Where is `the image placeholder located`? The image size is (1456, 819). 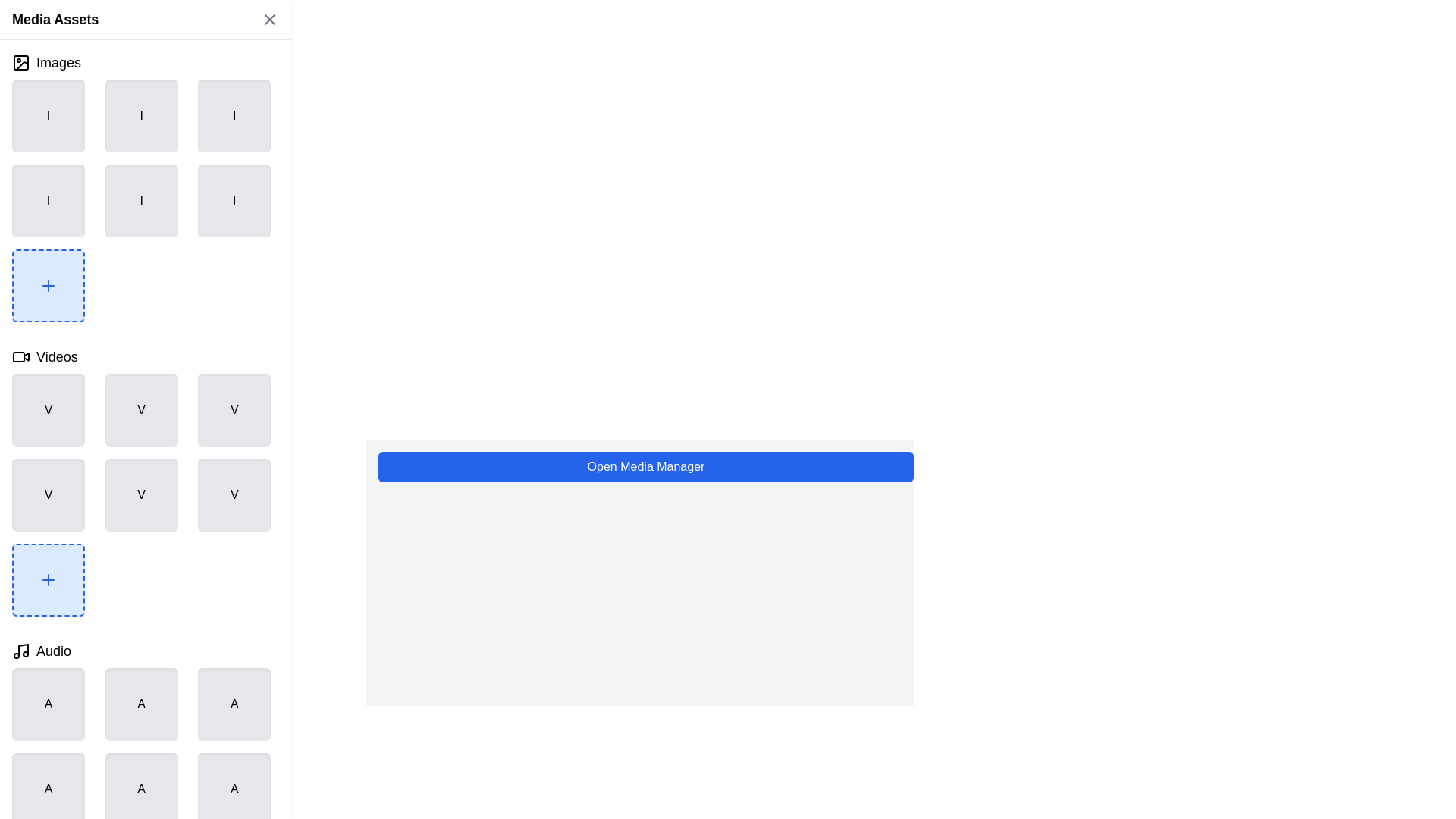 the image placeholder located is located at coordinates (146, 200).